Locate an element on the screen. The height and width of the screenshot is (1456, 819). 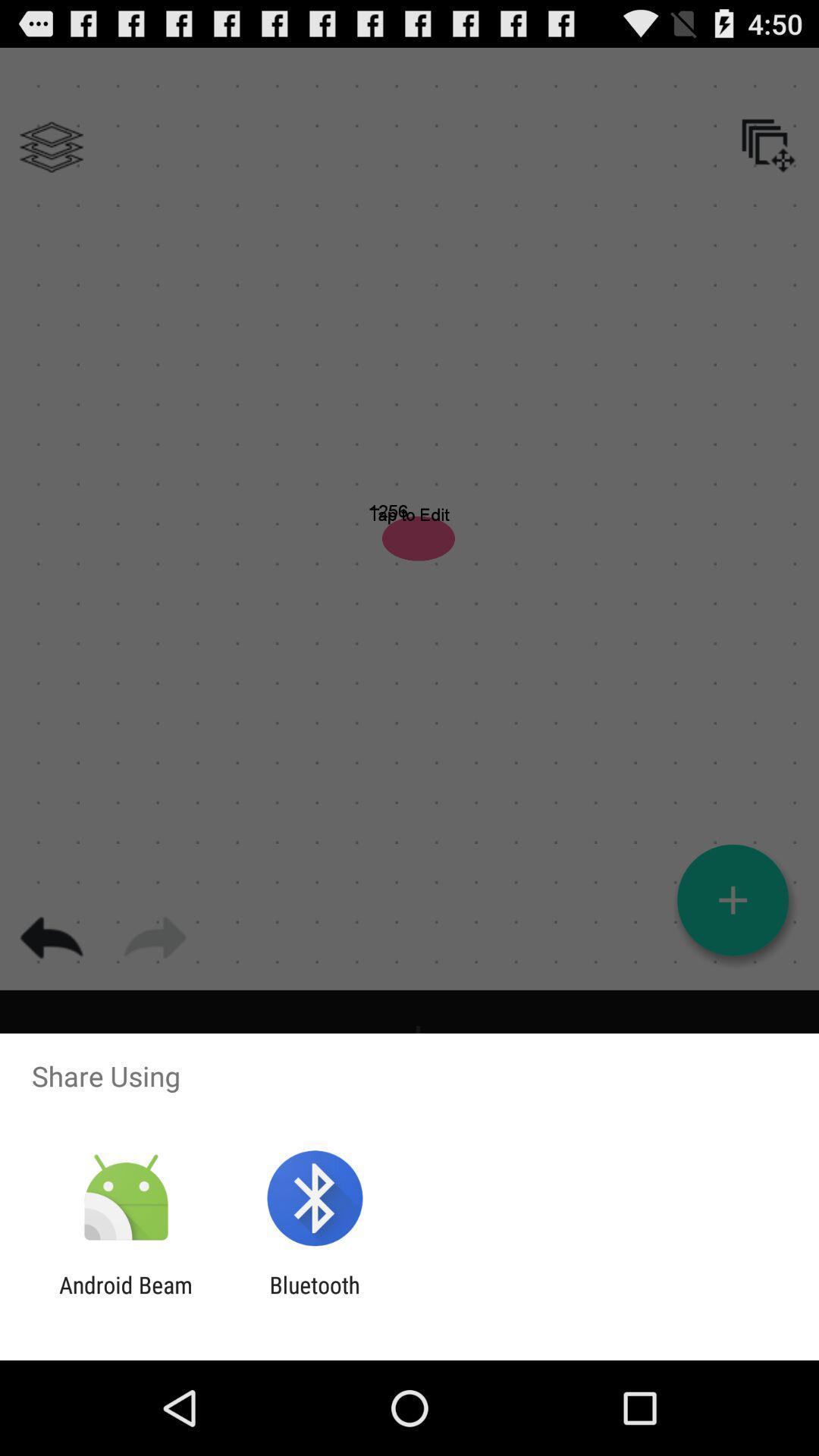
icon to the left of bluetooth item is located at coordinates (125, 1298).